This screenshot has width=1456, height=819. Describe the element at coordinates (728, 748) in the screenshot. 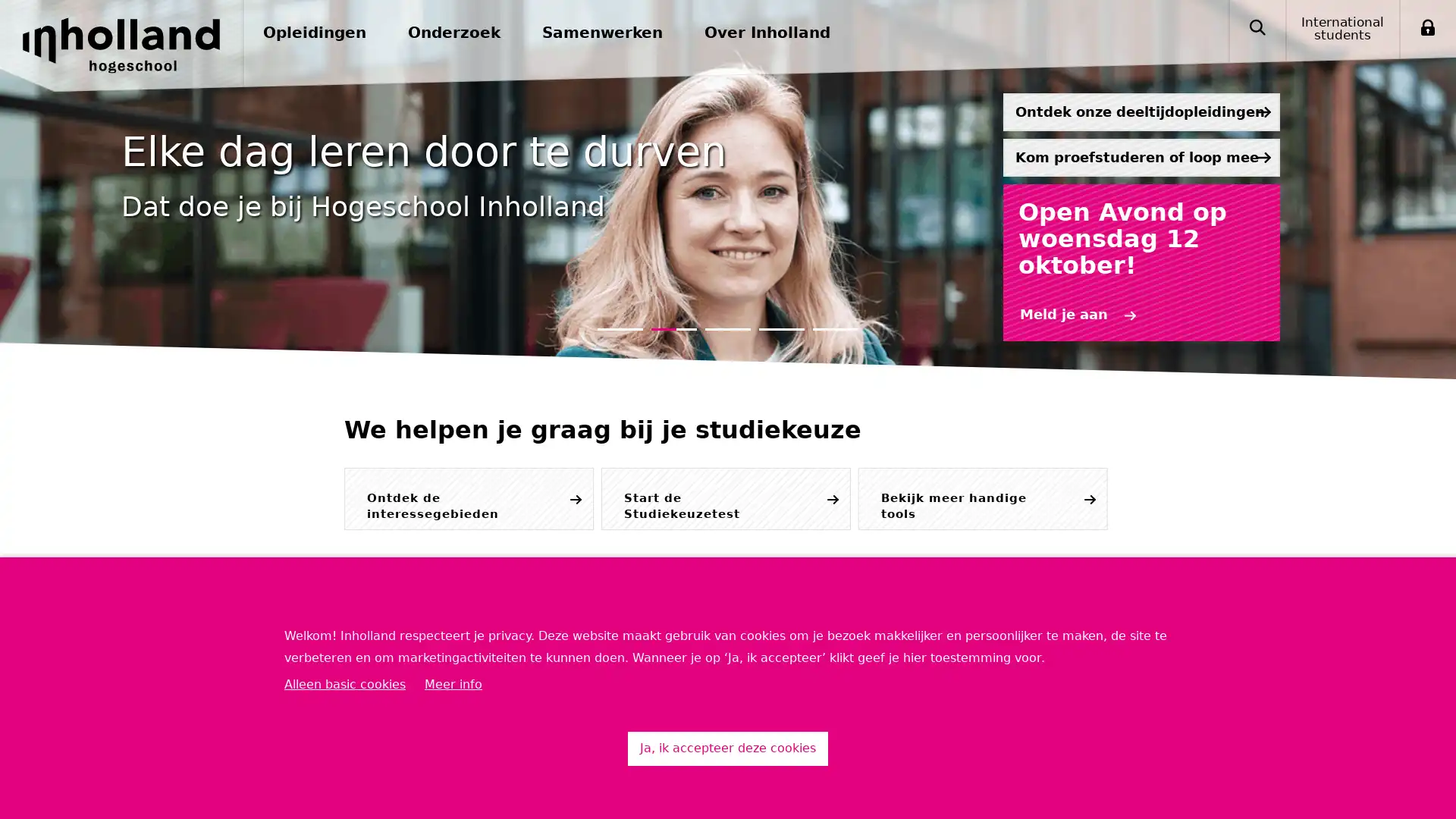

I see `Ja, ik accepteer deze cookies` at that location.